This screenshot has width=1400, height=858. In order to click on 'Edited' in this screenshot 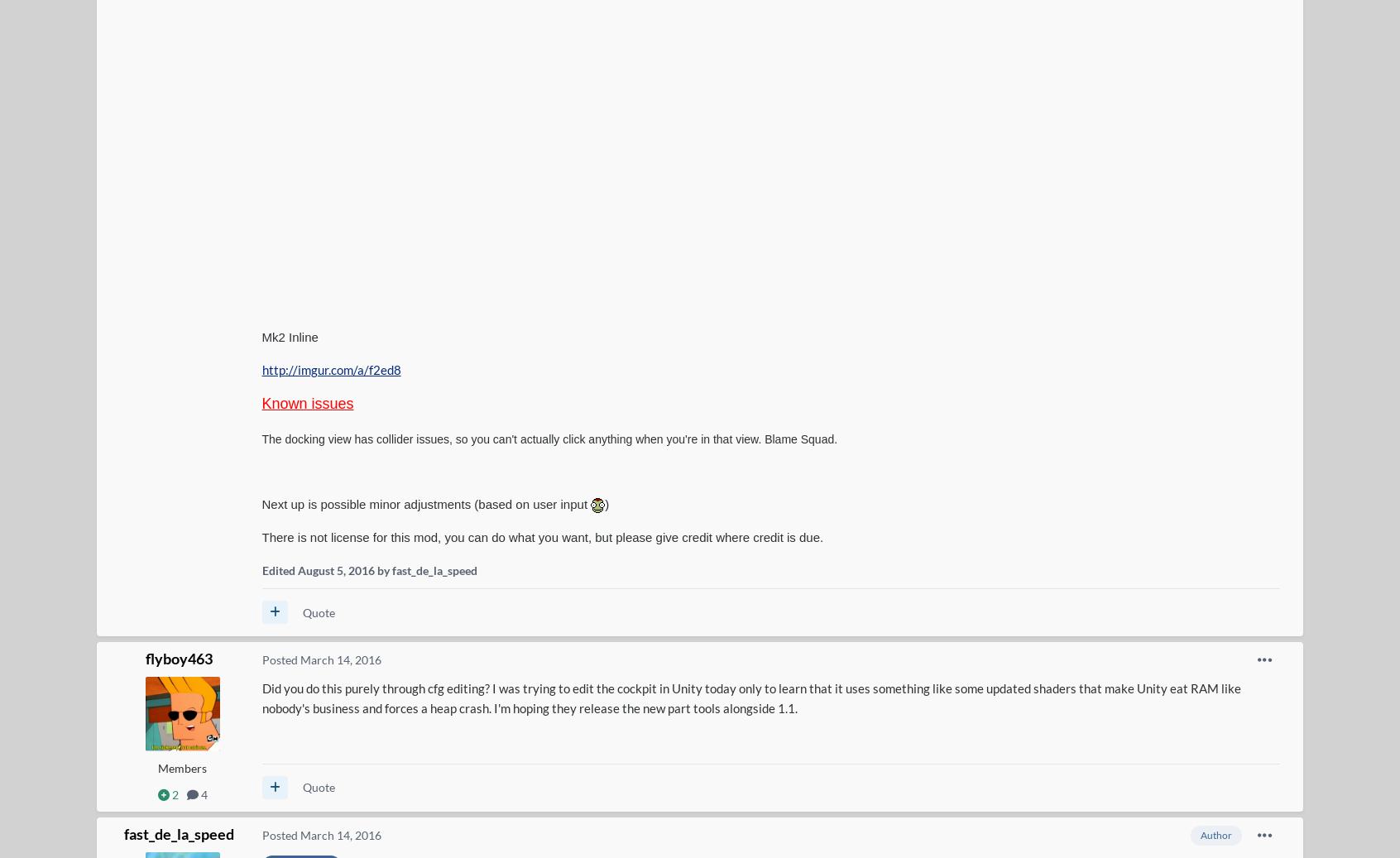, I will do `click(278, 569)`.